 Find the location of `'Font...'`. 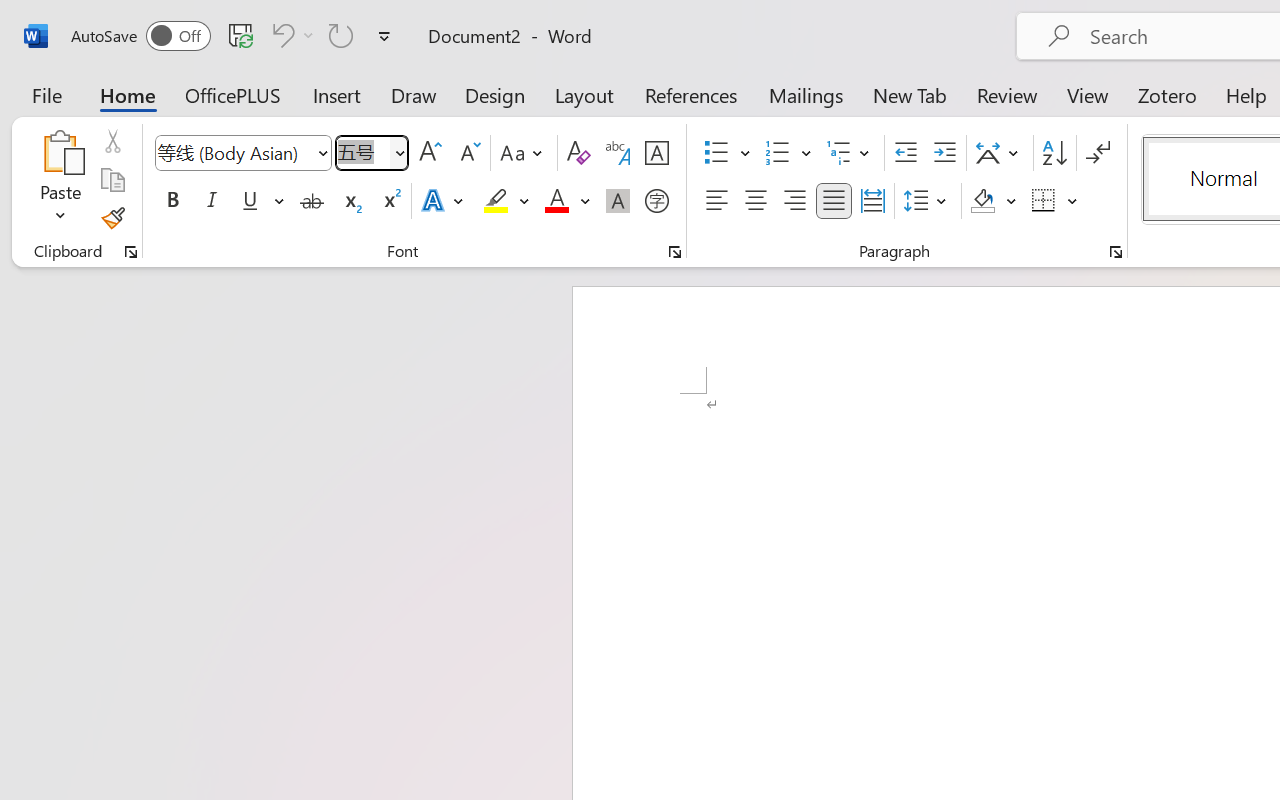

'Font...' is located at coordinates (675, 251).